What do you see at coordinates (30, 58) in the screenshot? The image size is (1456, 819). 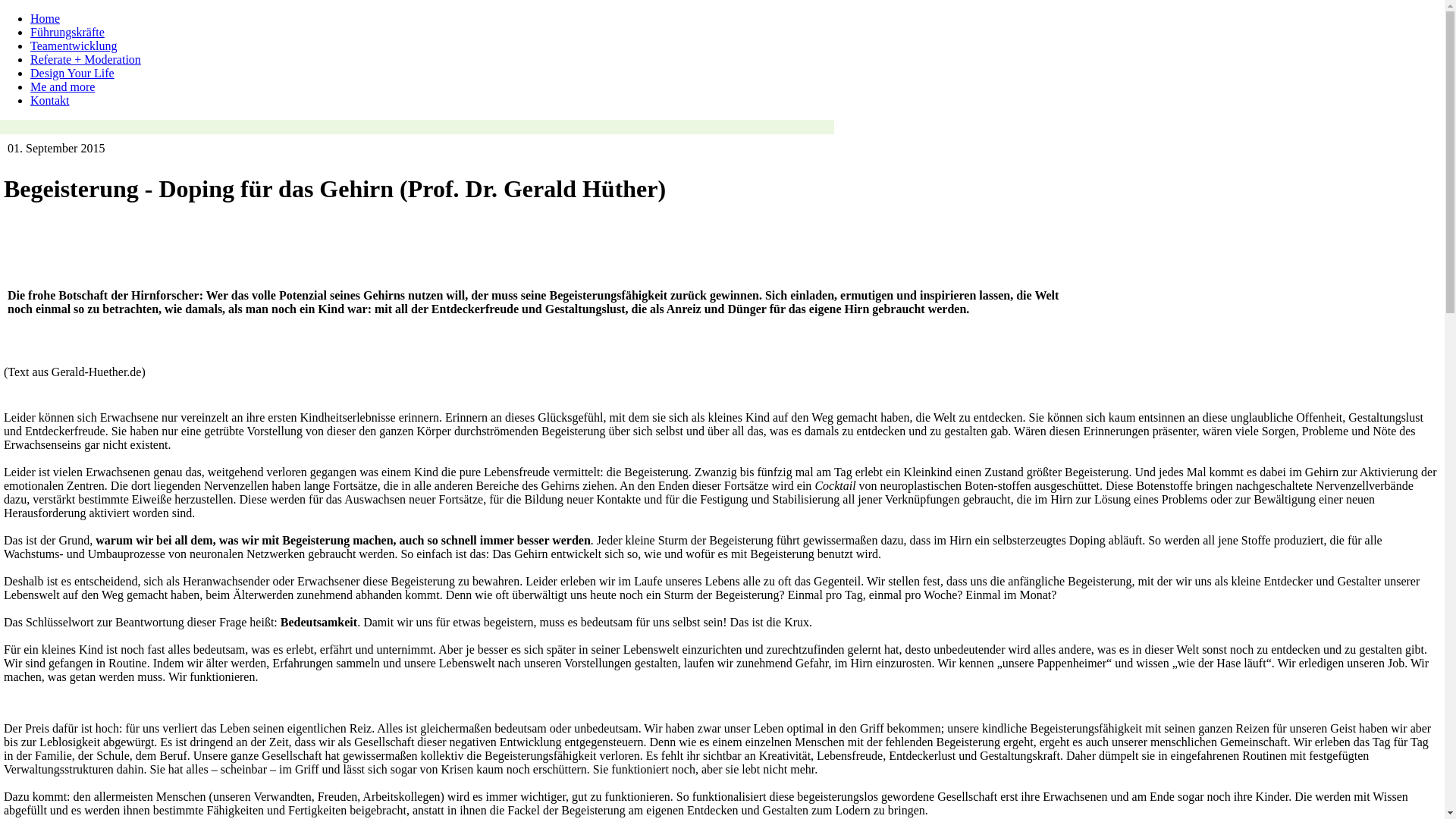 I see `'Referate + Moderation'` at bounding box center [30, 58].